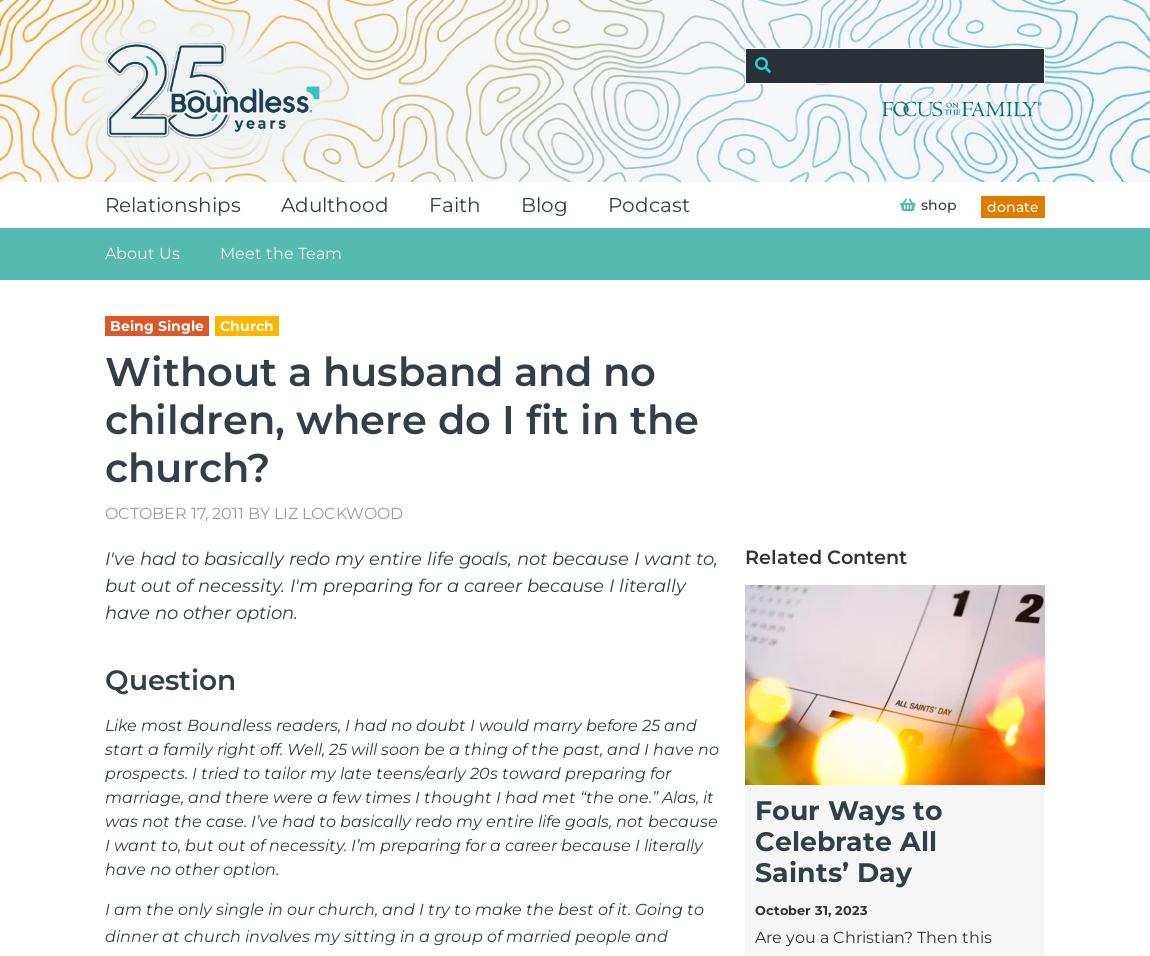 Image resolution: width=1150 pixels, height=956 pixels. I want to click on 'October 17, 2011', so click(103, 512).